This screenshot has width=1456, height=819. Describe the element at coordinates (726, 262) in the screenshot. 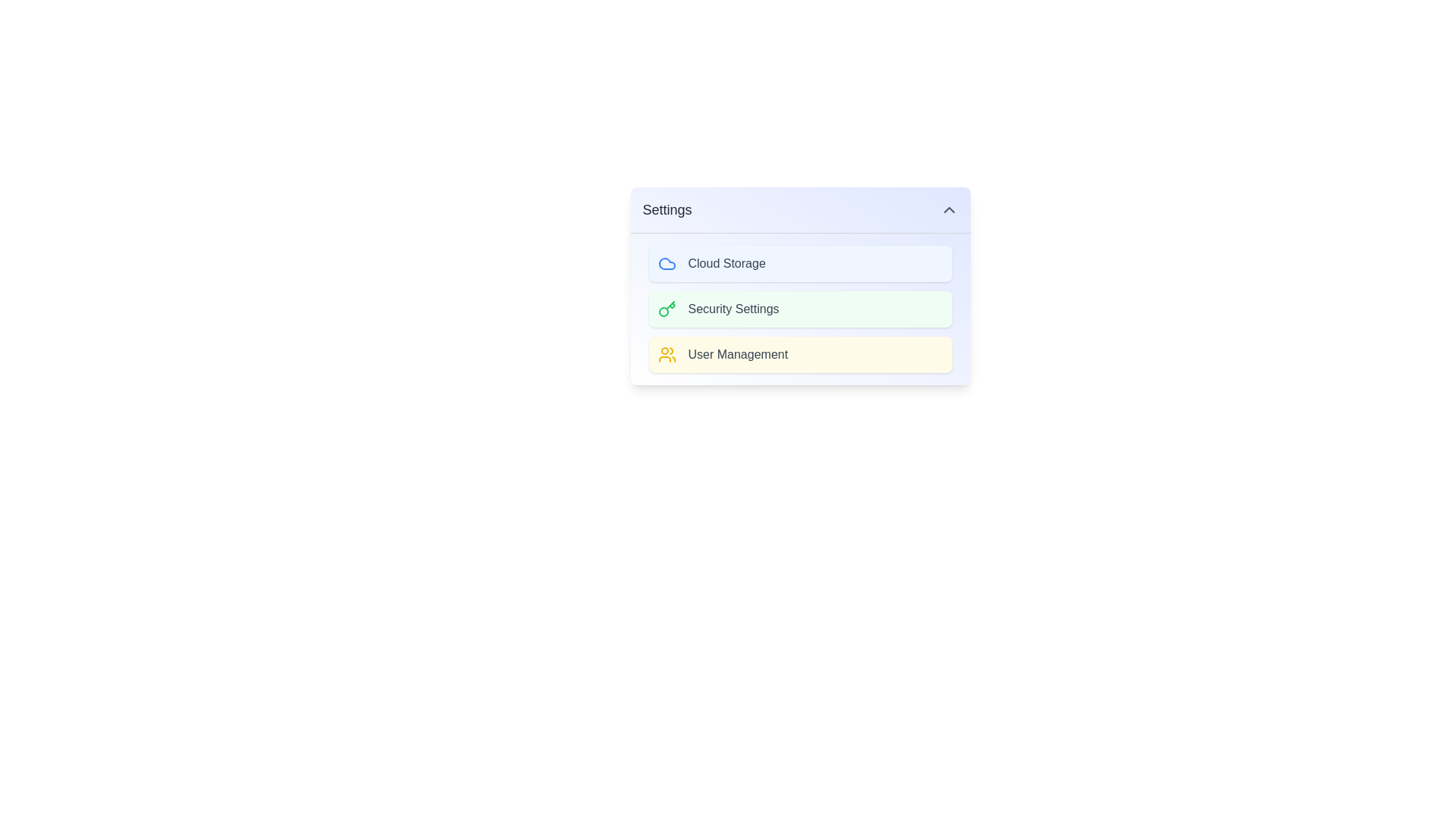

I see `the Text label indicating 'Cloud Storage', which is the first item in the vertical list under the 'Settings' title` at that location.